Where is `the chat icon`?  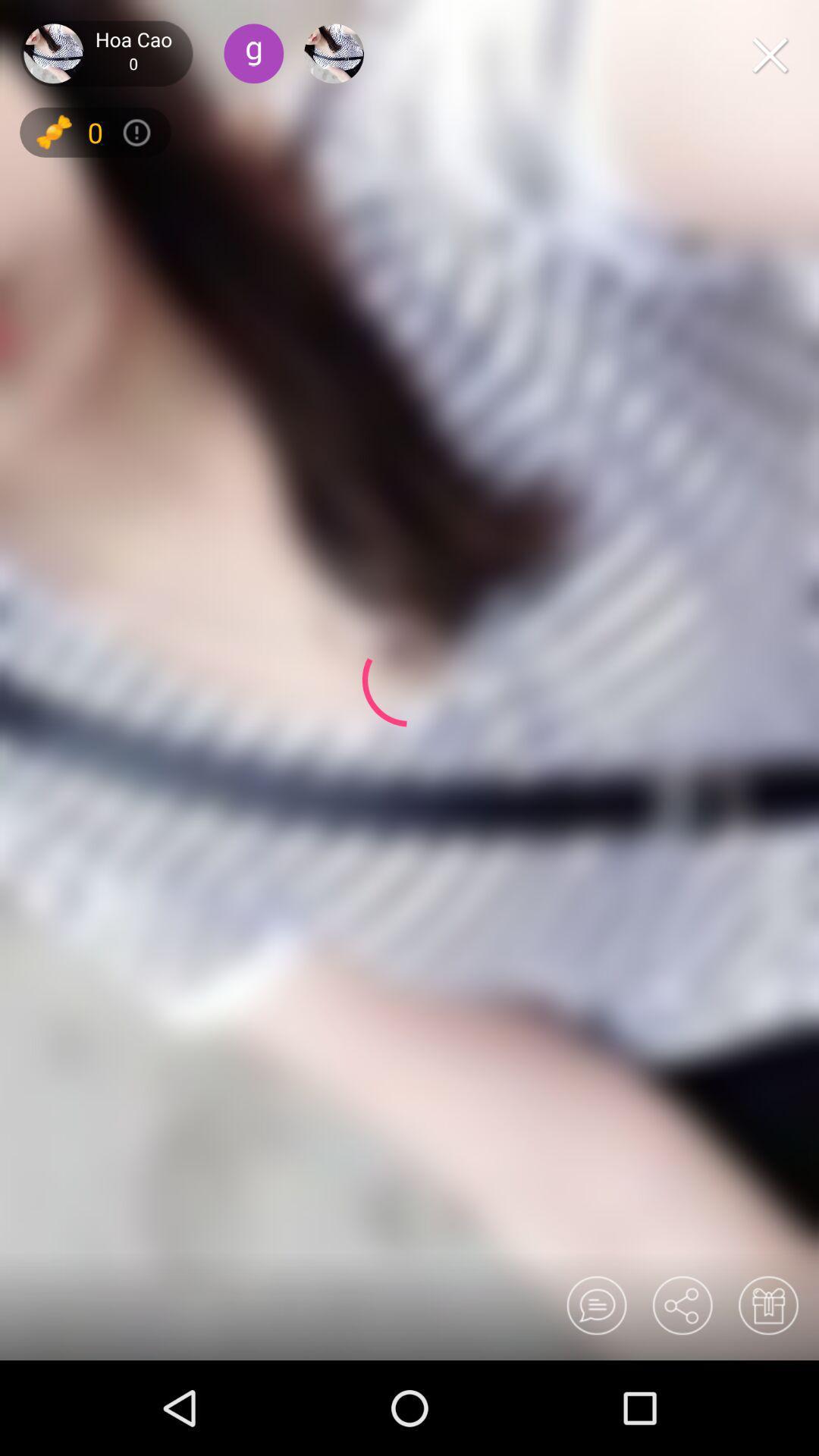 the chat icon is located at coordinates (595, 1304).